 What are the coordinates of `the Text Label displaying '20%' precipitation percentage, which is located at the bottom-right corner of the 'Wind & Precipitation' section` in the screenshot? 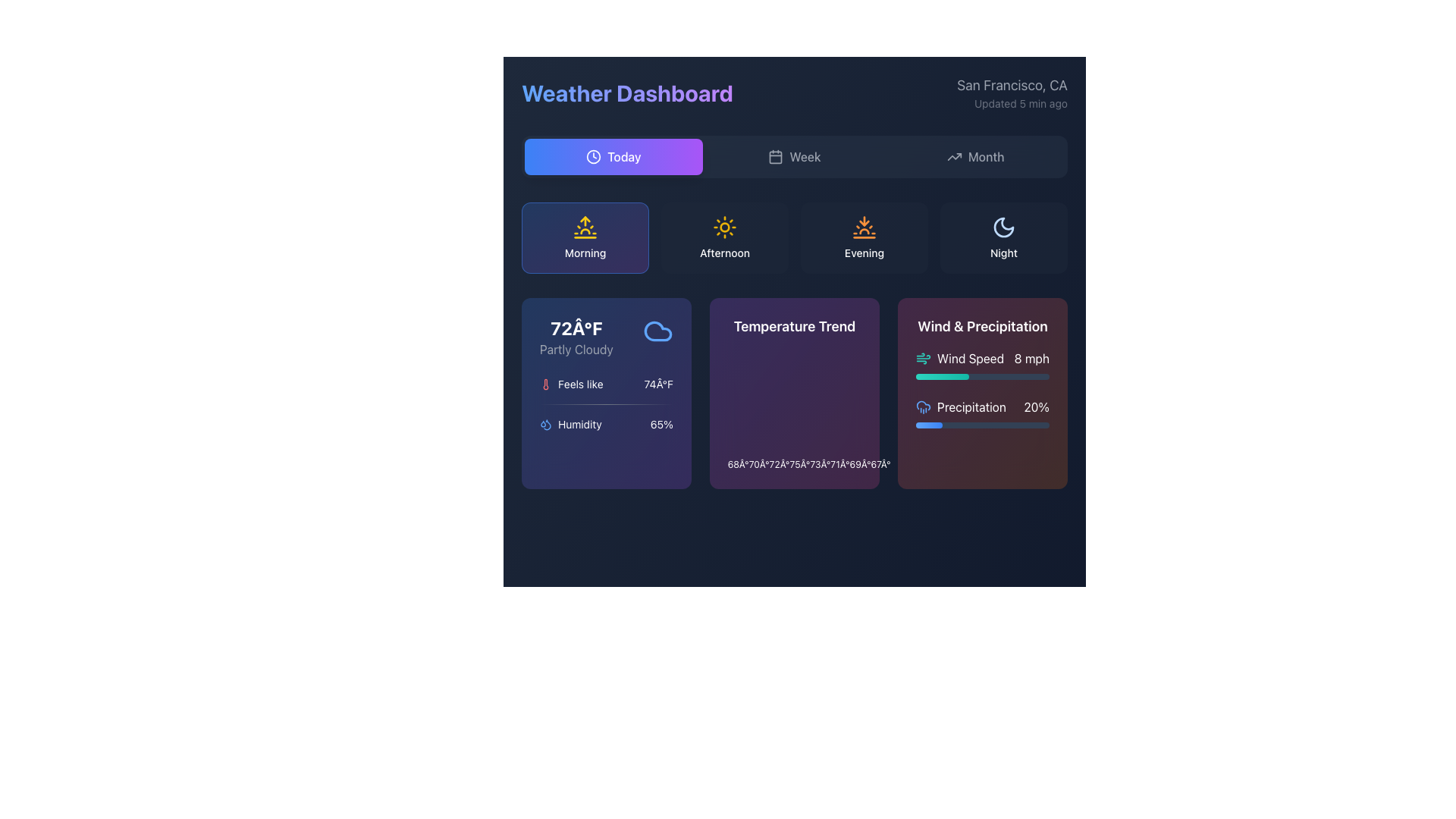 It's located at (1036, 406).